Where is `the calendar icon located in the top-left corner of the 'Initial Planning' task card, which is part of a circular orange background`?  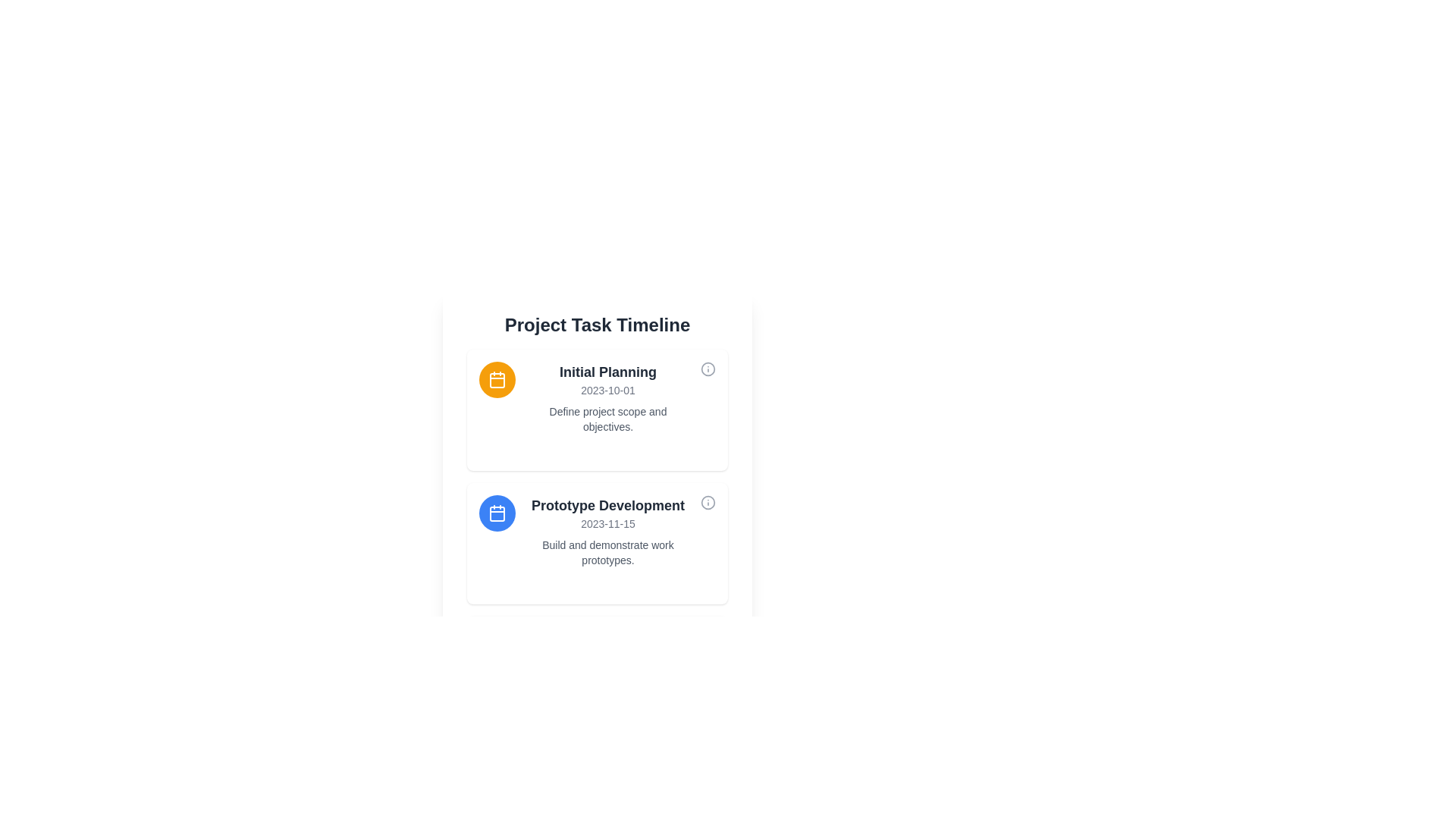
the calendar icon located in the top-left corner of the 'Initial Planning' task card, which is part of a circular orange background is located at coordinates (497, 379).